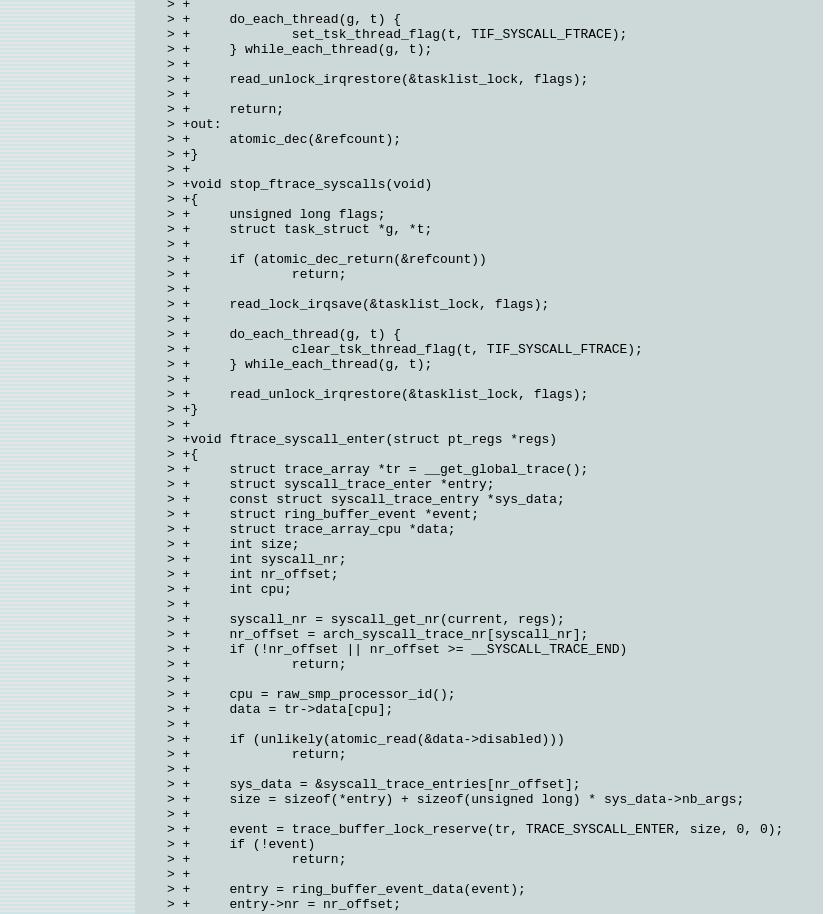  Describe the element at coordinates (403, 348) in the screenshot. I see `'> +		clear_tsk_thread_flag(t, TIF_SYSCALL_FTRACE);'` at that location.